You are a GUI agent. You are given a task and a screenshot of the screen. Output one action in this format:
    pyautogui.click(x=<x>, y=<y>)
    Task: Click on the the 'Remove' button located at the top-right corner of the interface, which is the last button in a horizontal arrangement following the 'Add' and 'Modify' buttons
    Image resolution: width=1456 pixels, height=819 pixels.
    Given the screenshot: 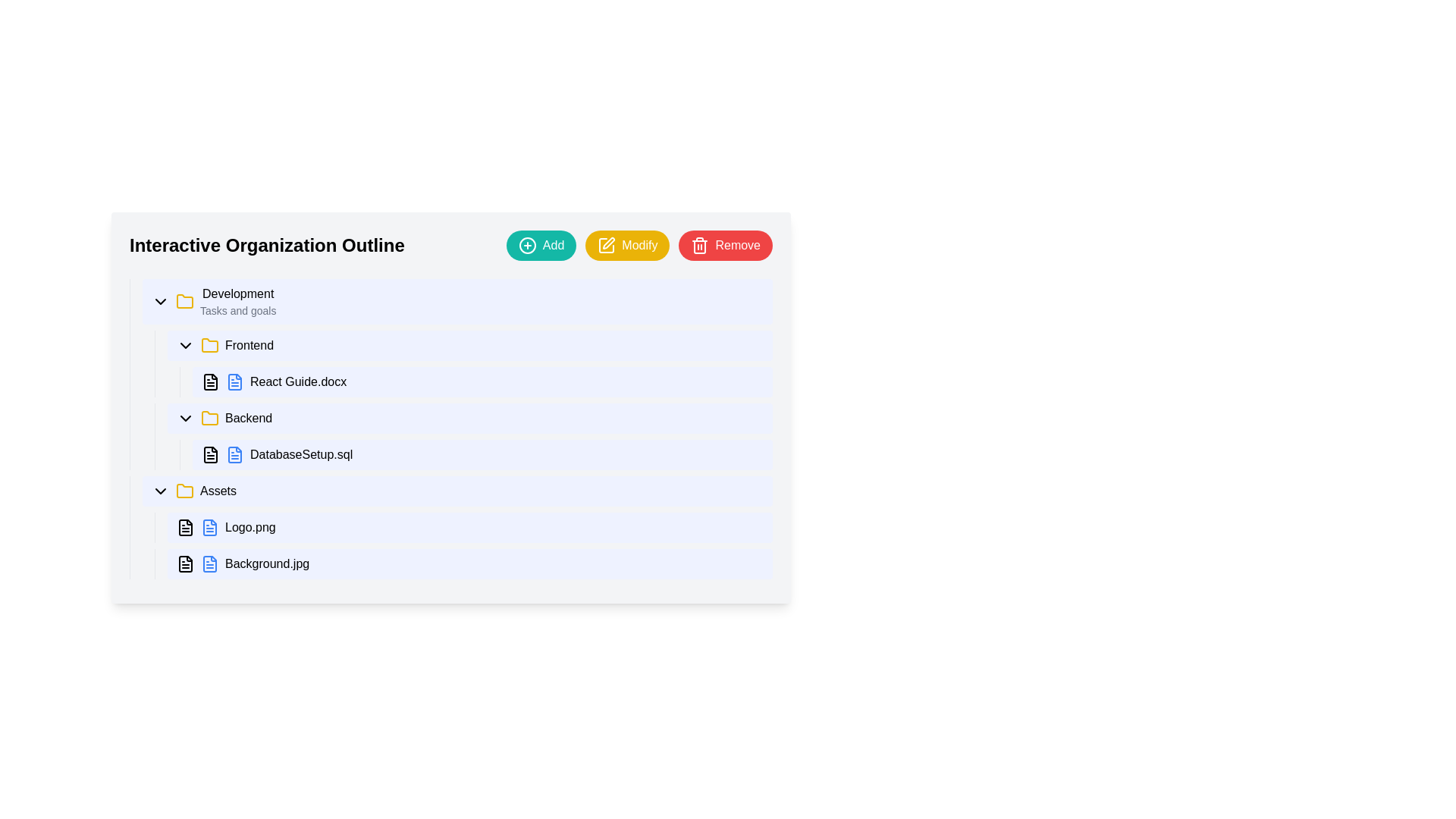 What is the action you would take?
    pyautogui.click(x=725, y=245)
    